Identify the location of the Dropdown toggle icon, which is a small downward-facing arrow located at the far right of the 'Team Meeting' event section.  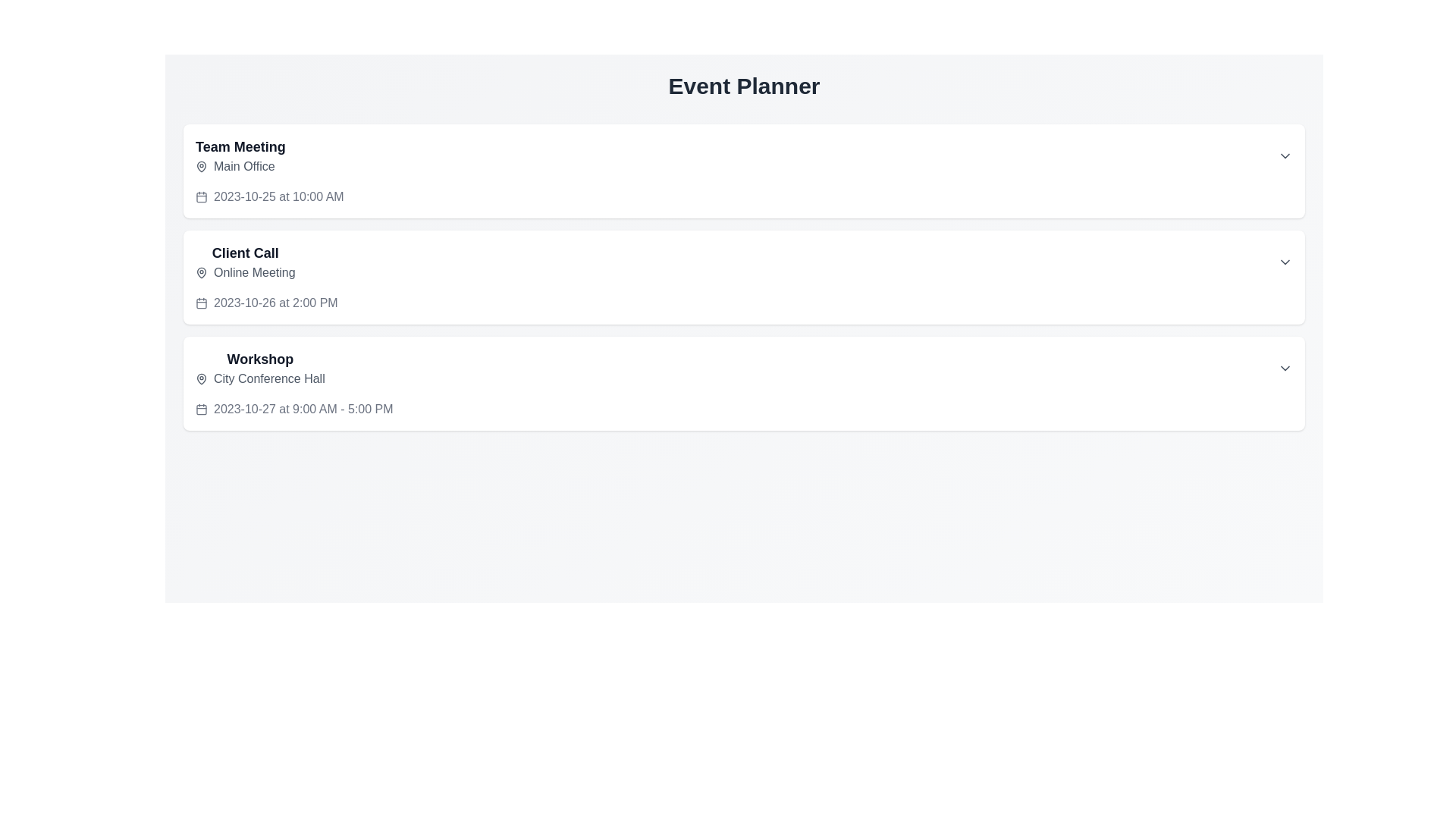
(1284, 155).